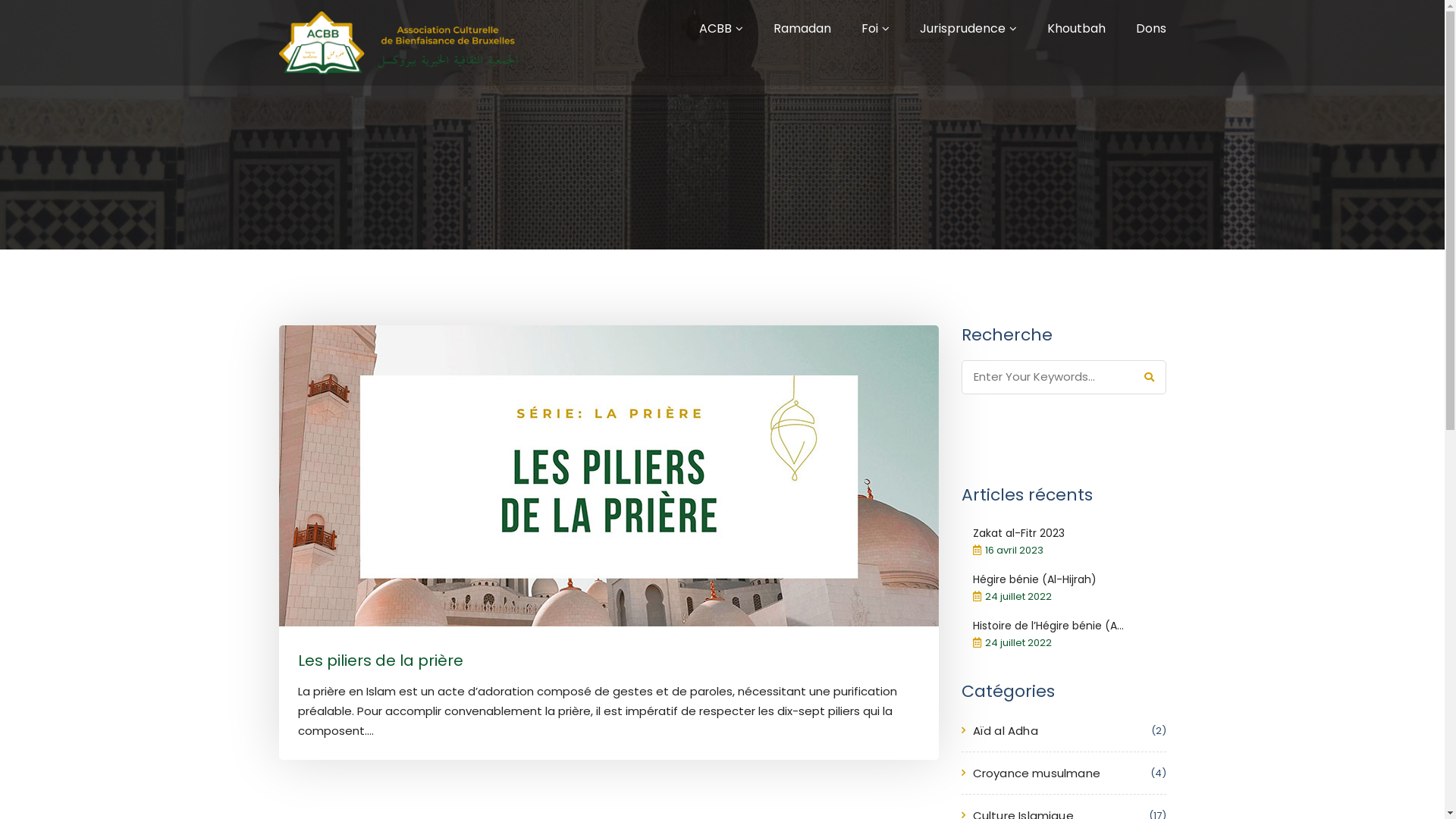  What do you see at coordinates (1150, 28) in the screenshot?
I see `'Dons'` at bounding box center [1150, 28].